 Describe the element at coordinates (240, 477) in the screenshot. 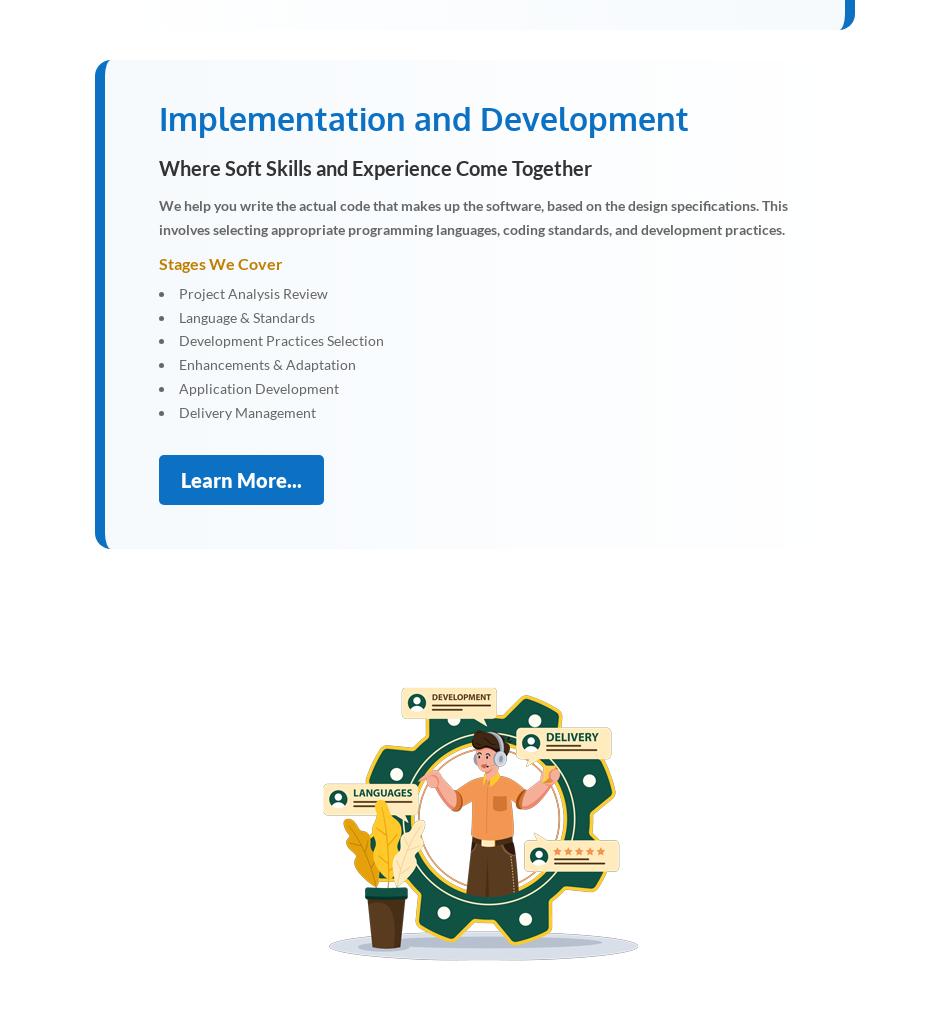

I see `'Learn More...'` at that location.